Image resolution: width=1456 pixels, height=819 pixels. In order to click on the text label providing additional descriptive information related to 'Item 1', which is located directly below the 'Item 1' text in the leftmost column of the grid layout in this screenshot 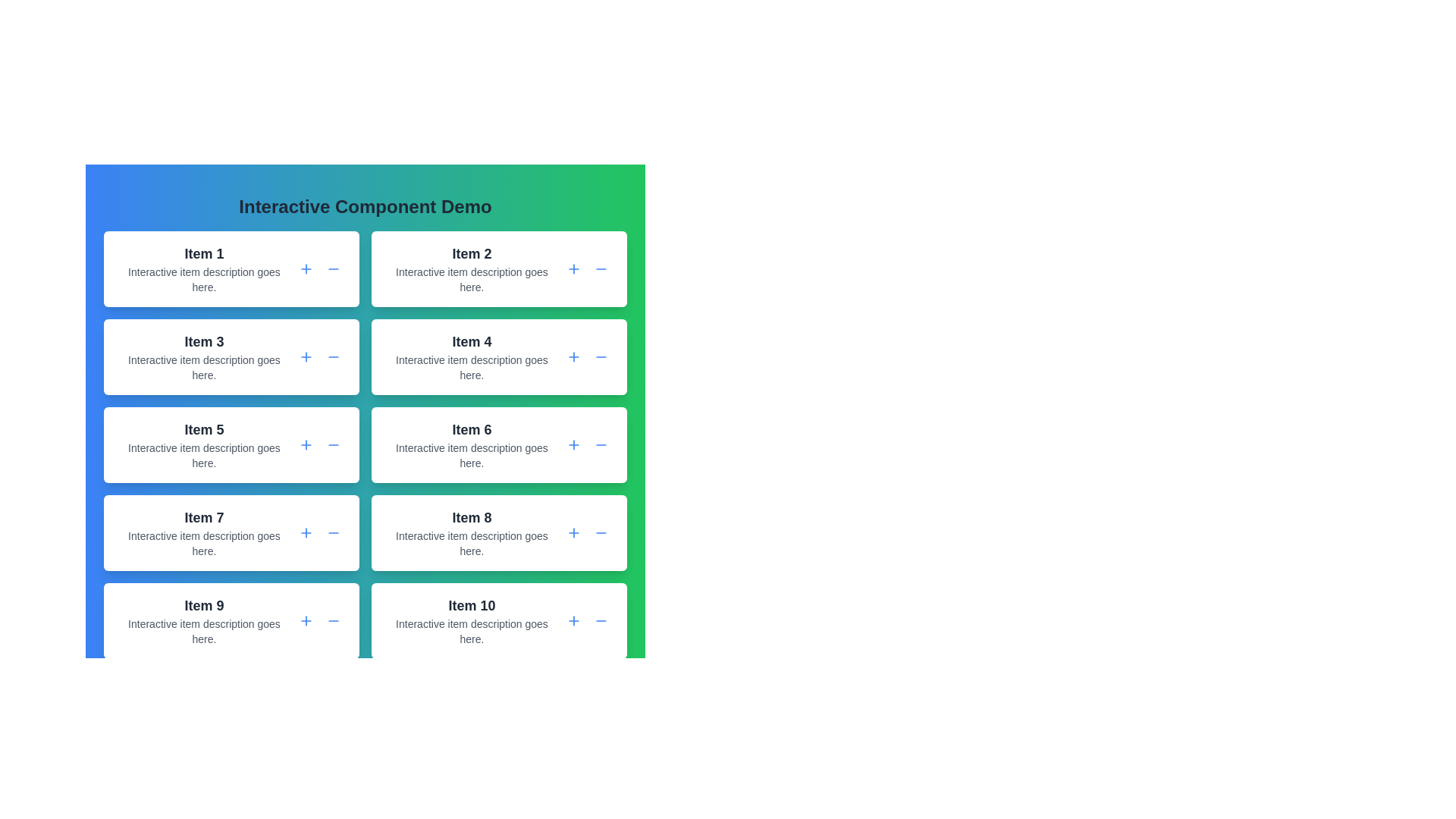, I will do `click(203, 280)`.